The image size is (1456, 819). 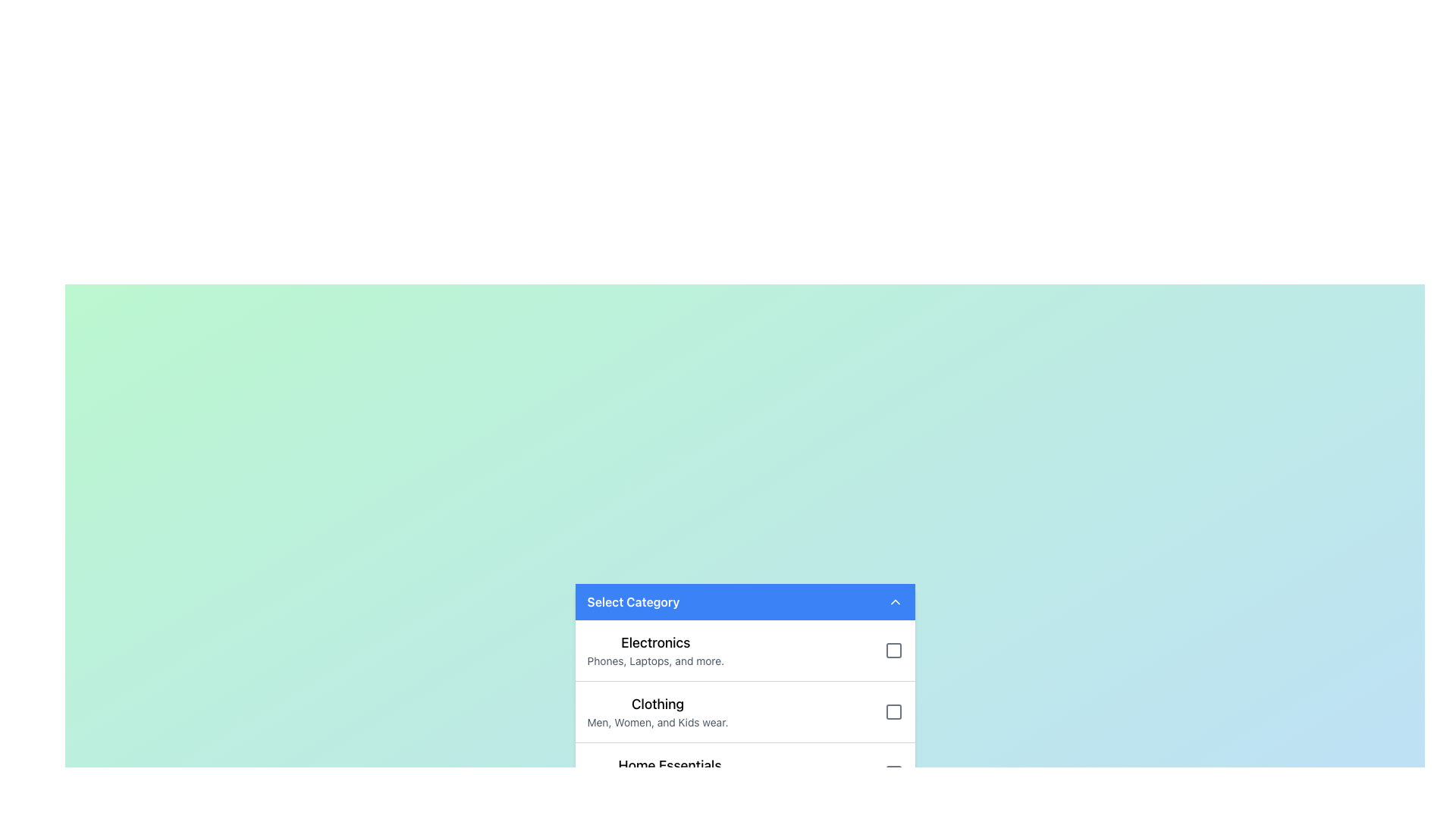 I want to click on the checkbox, so click(x=745, y=693).